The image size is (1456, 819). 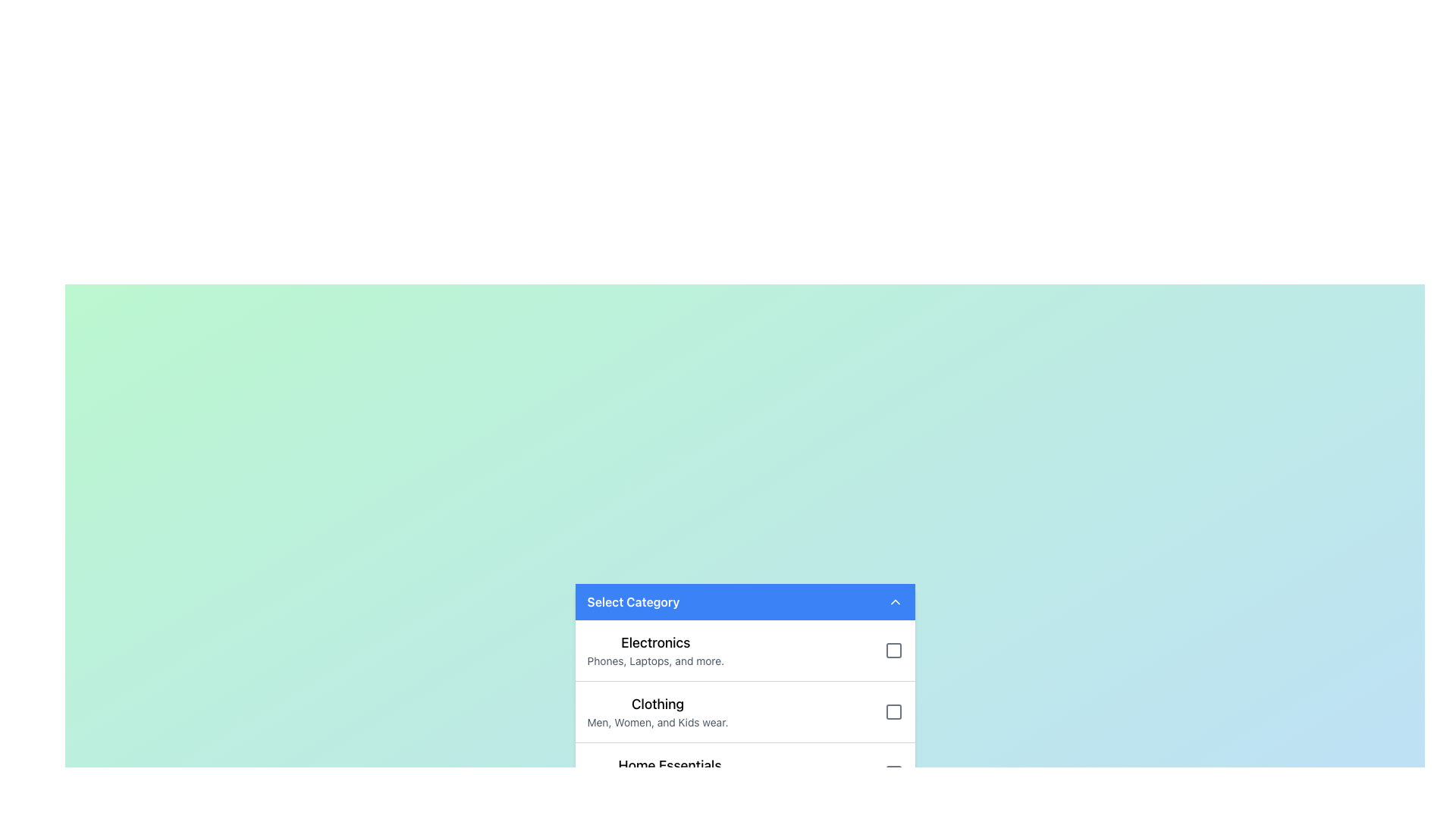 I want to click on the checkbox, so click(x=745, y=693).